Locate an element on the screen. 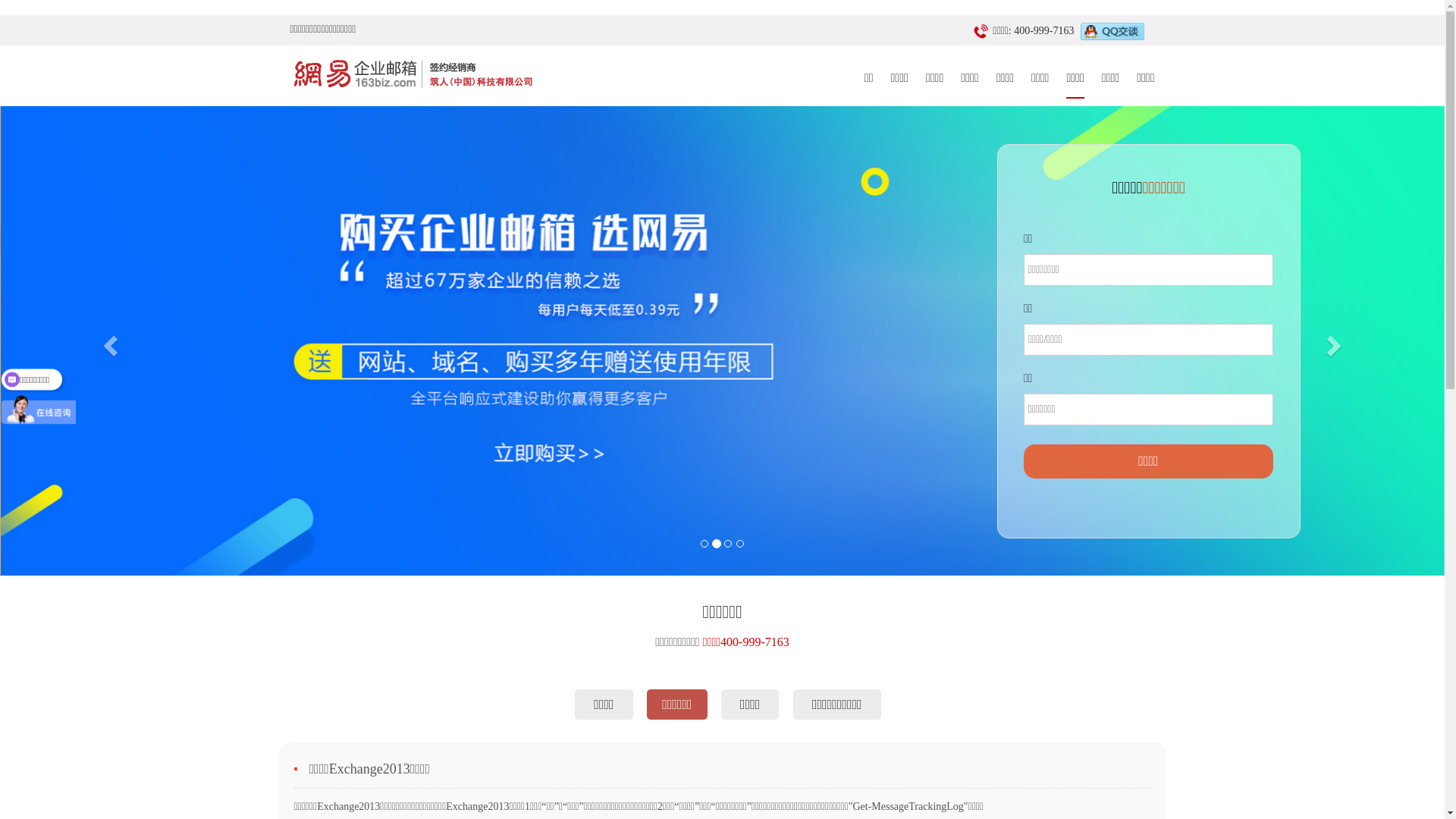  'Previous' is located at coordinates (108, 340).